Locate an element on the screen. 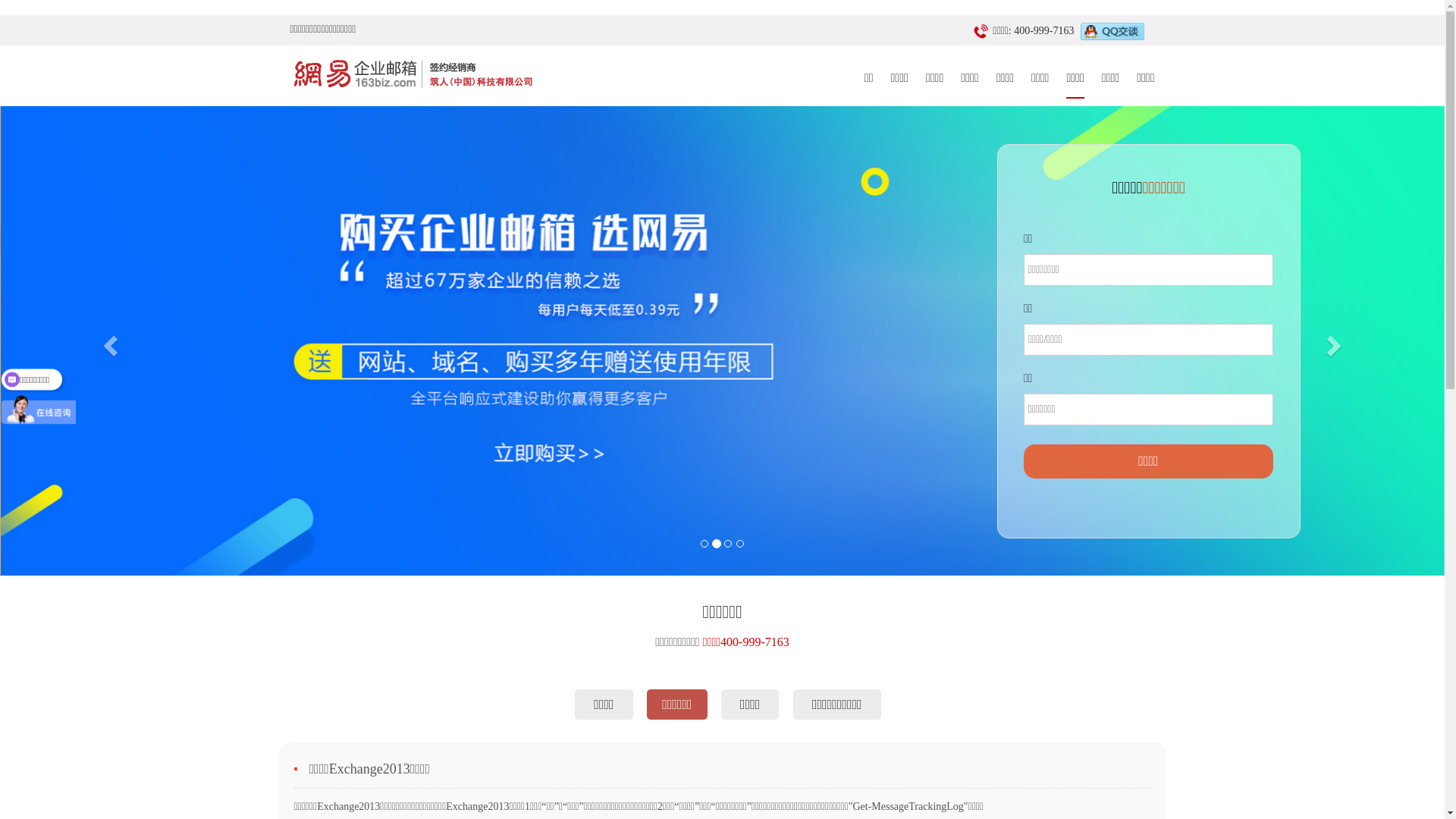  'Previous' is located at coordinates (108, 340).